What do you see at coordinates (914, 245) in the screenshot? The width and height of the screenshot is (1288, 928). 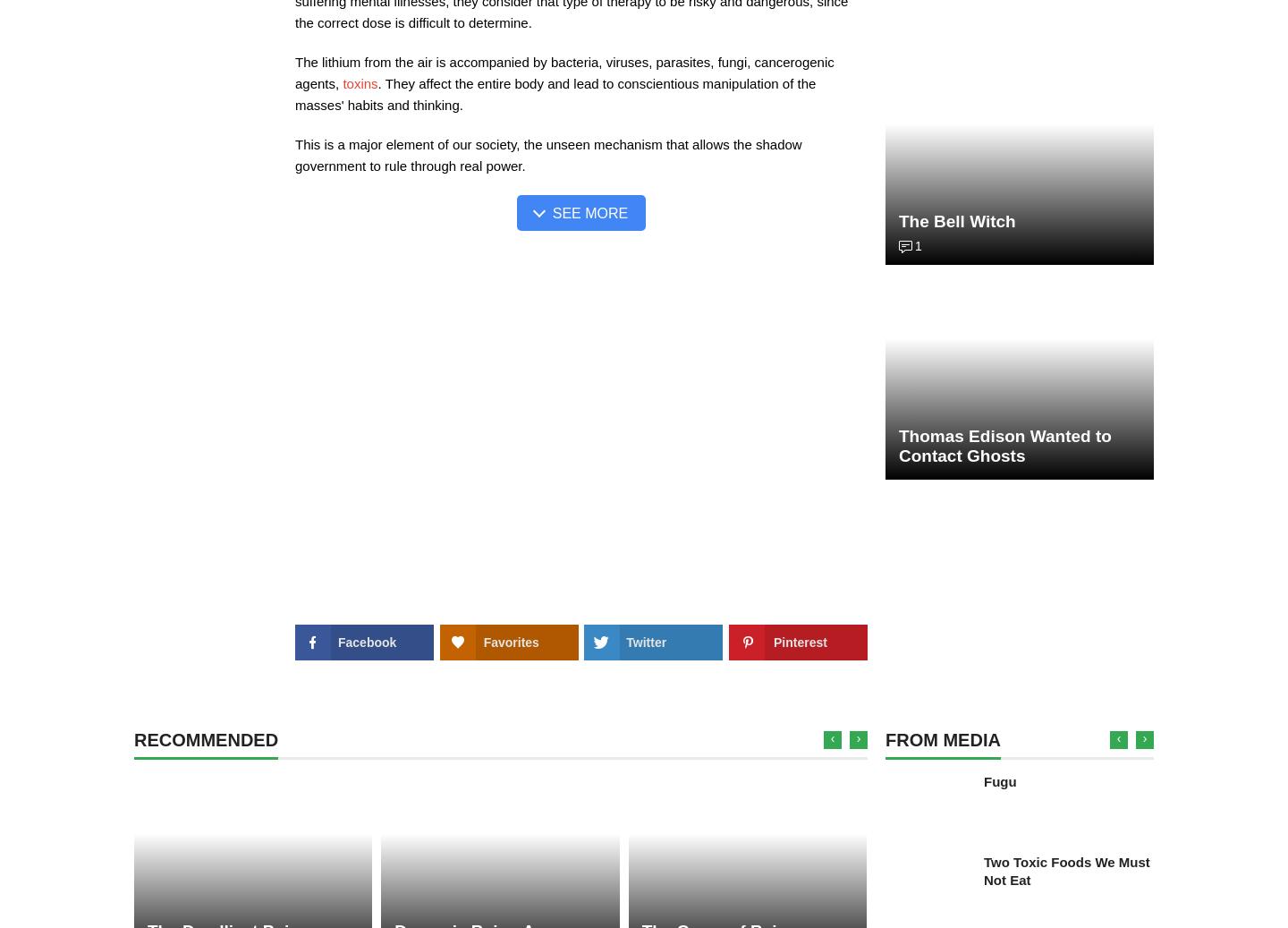 I see `'1'` at bounding box center [914, 245].